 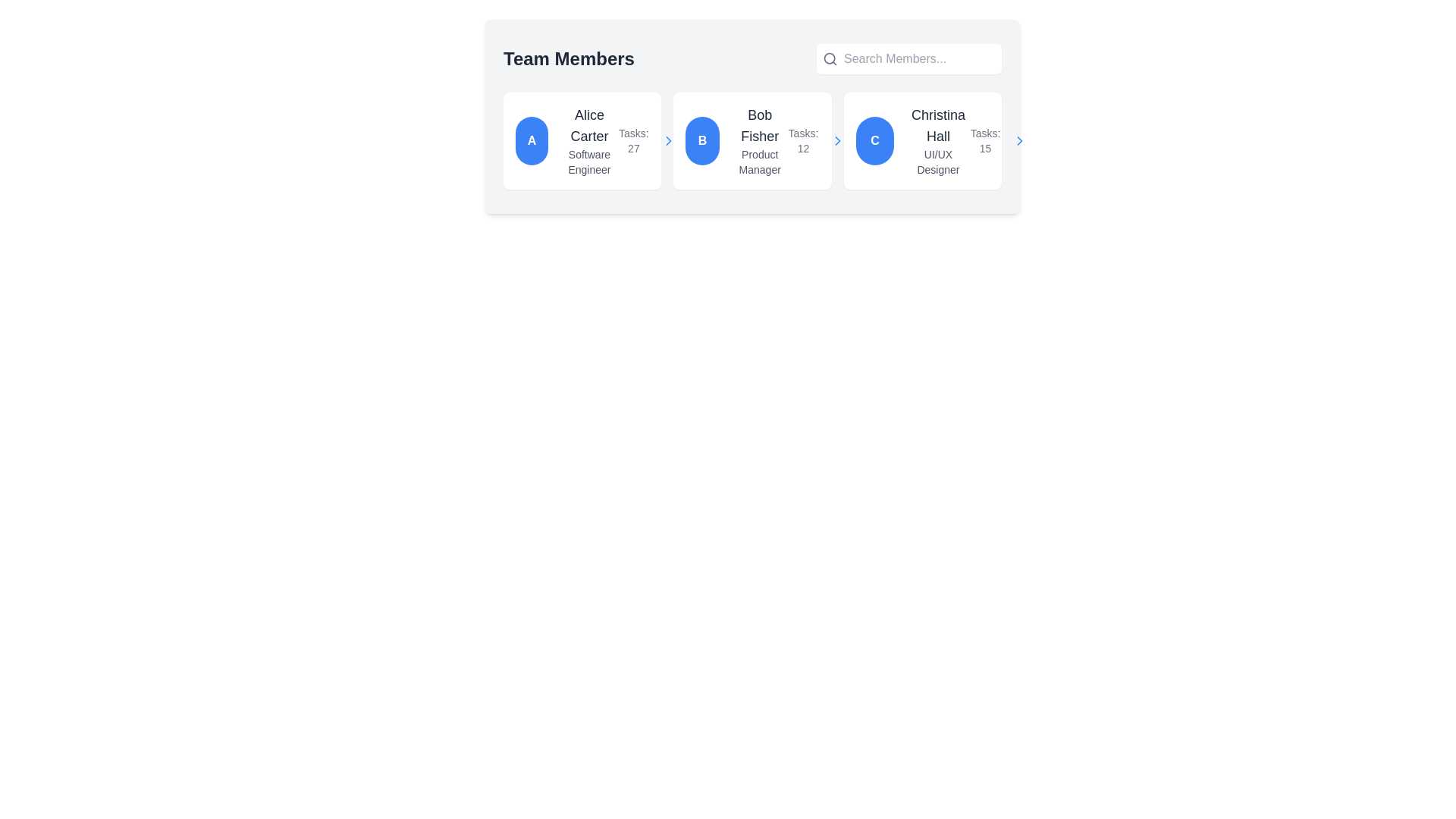 What do you see at coordinates (760, 162) in the screenshot?
I see `the 'Product Manager' text label, which is styled in a smaller gray font and located below 'Bob Fisher' on the profile card` at bounding box center [760, 162].